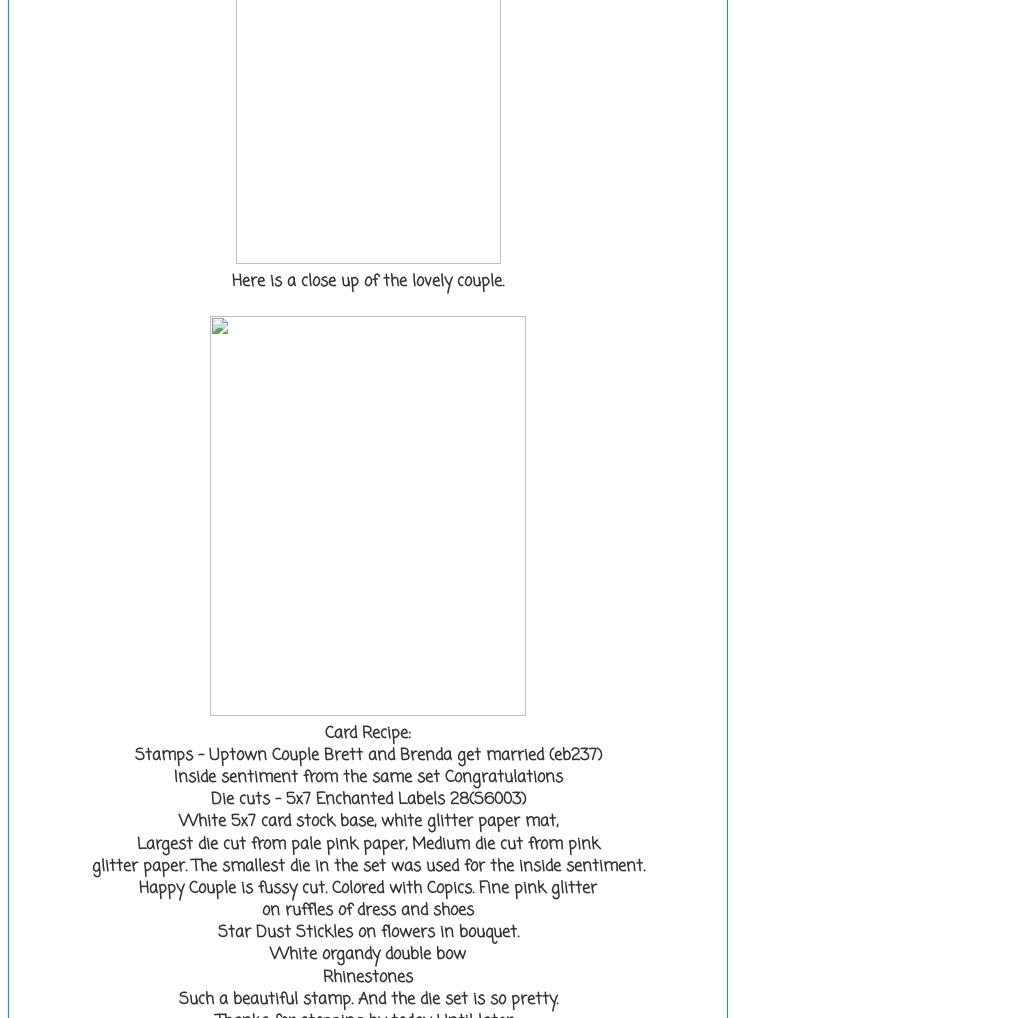 The width and height of the screenshot is (1028, 1018). I want to click on 'Inside sentiment from the same set Congratulations', so click(366, 777).